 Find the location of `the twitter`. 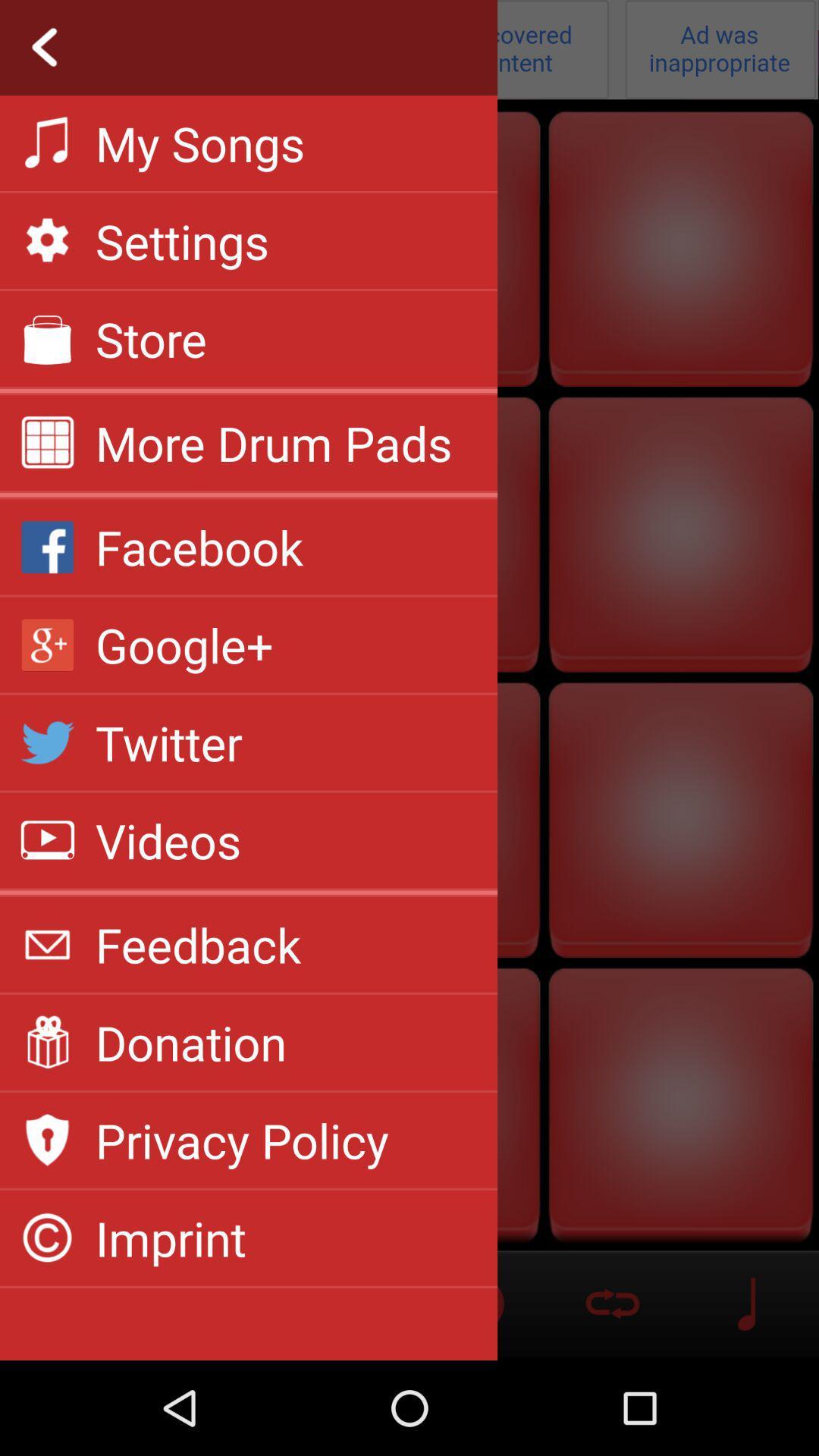

the twitter is located at coordinates (168, 742).